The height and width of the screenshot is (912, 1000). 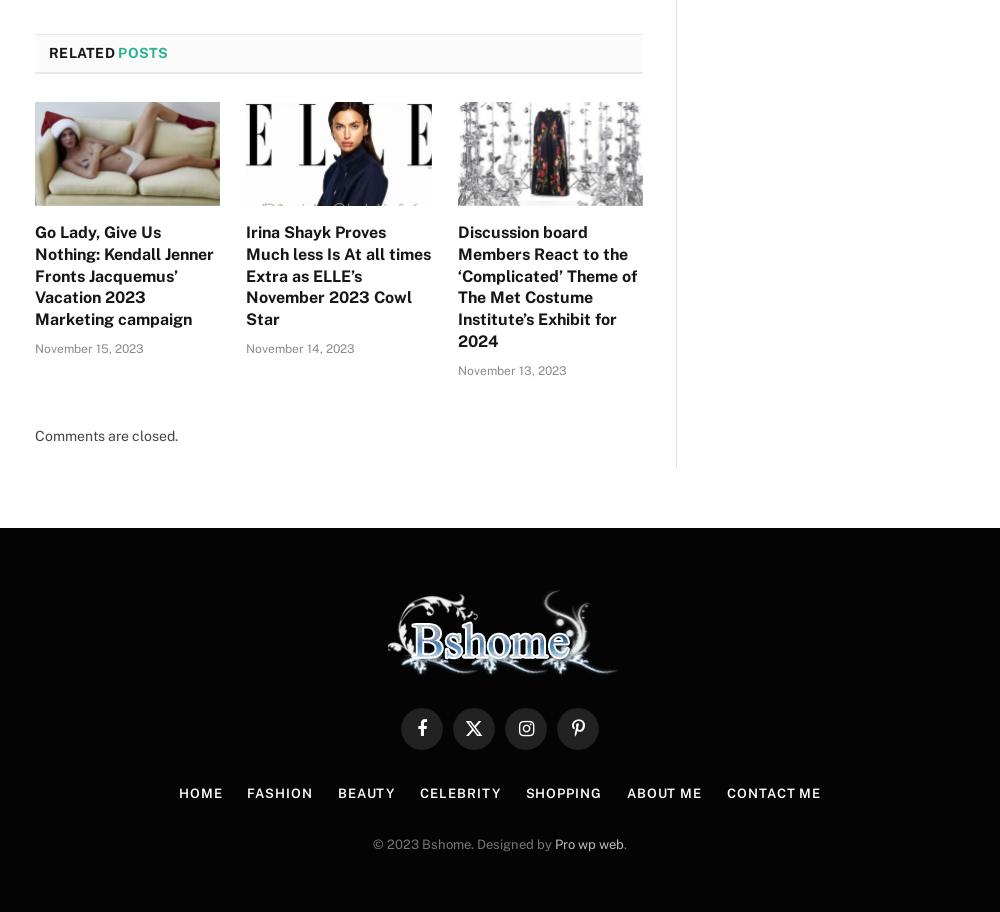 What do you see at coordinates (199, 793) in the screenshot?
I see `'Home'` at bounding box center [199, 793].